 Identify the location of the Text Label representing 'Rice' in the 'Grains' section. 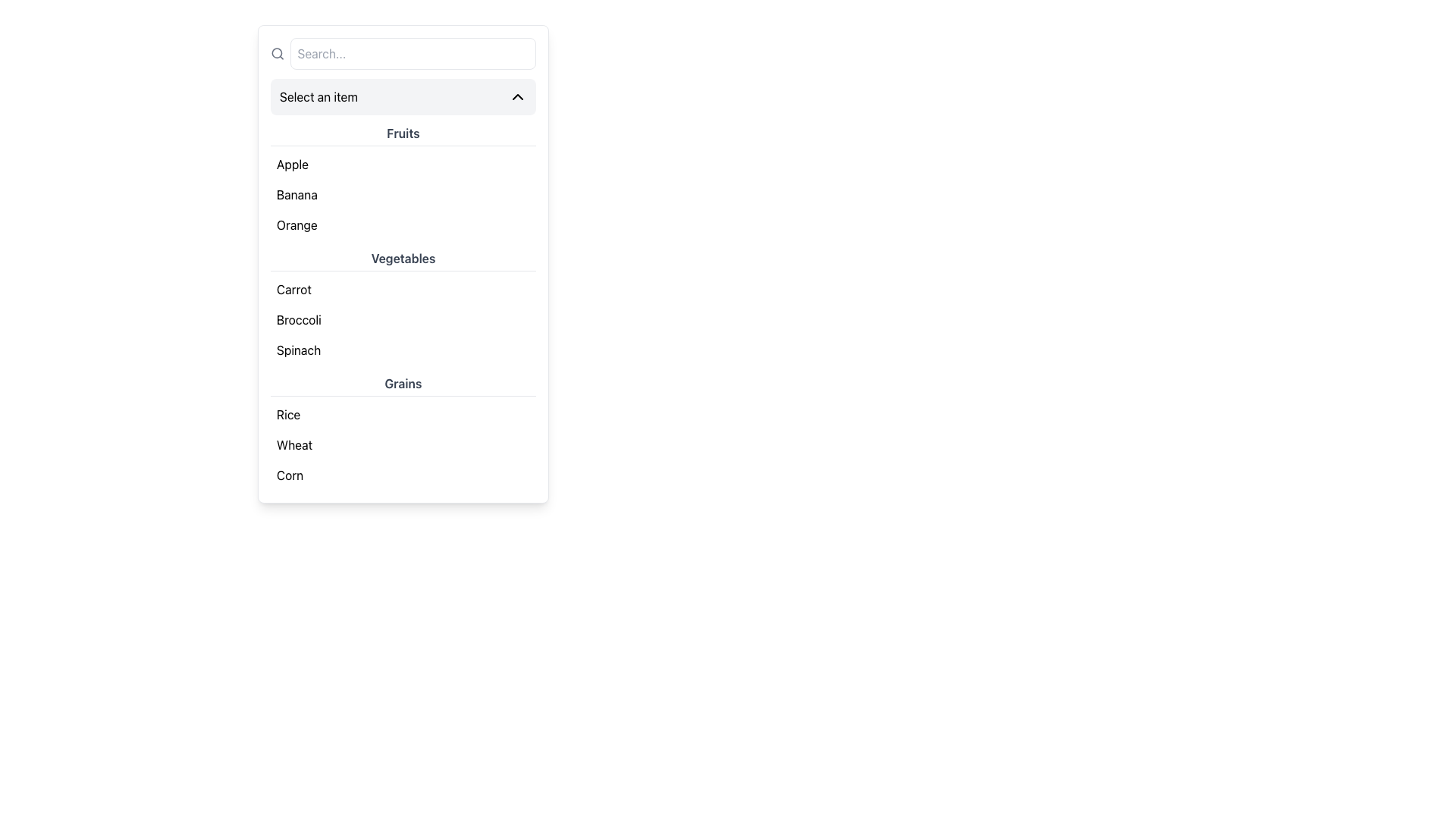
(288, 415).